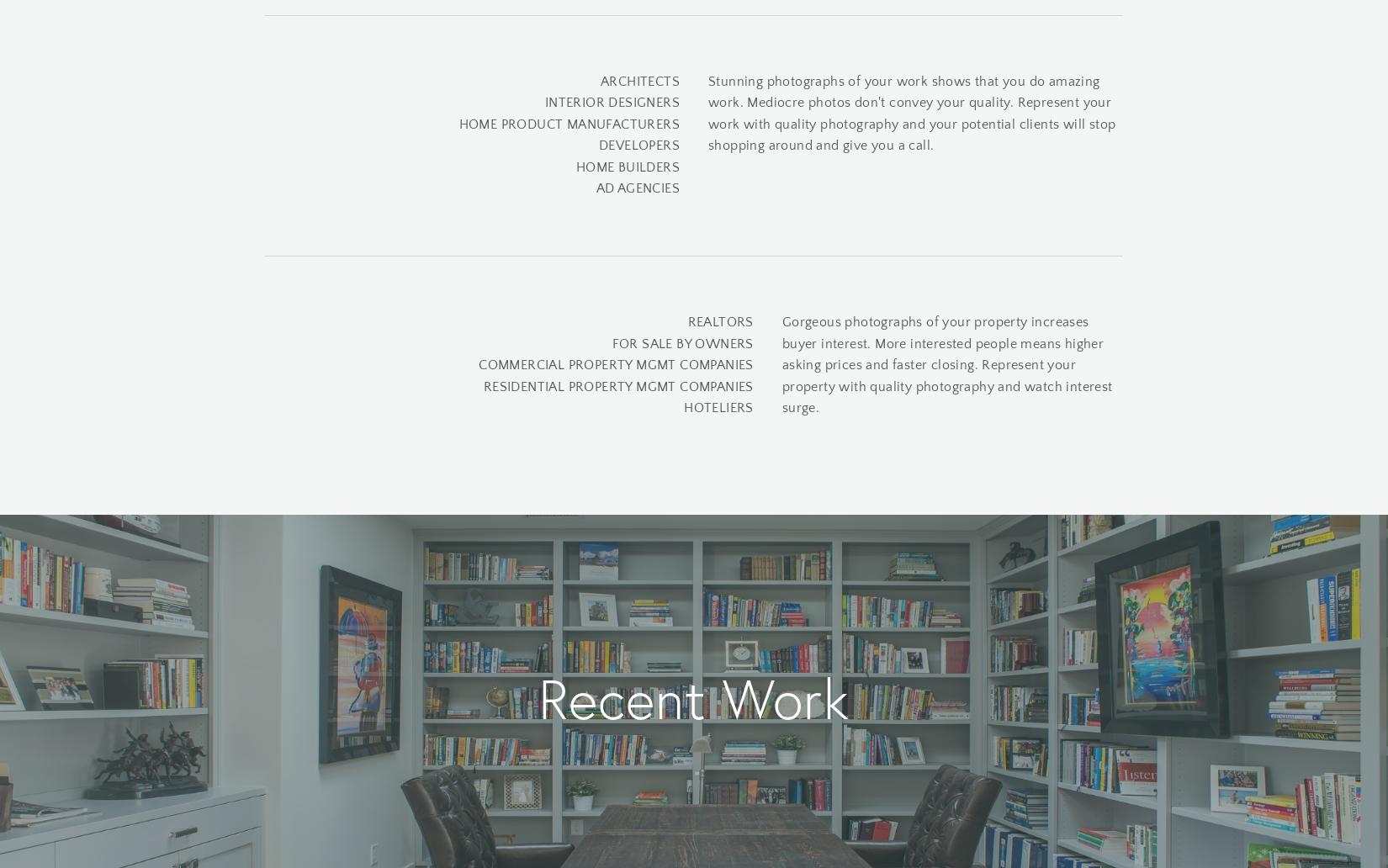  Describe the element at coordinates (914, 112) in the screenshot. I see `'Stunning photographs of your work shows that you do amazing work. Mediocre photos don't convey your quality. Represent your work with quality photography and your potential clients will stop shopping around and give you a call.'` at that location.